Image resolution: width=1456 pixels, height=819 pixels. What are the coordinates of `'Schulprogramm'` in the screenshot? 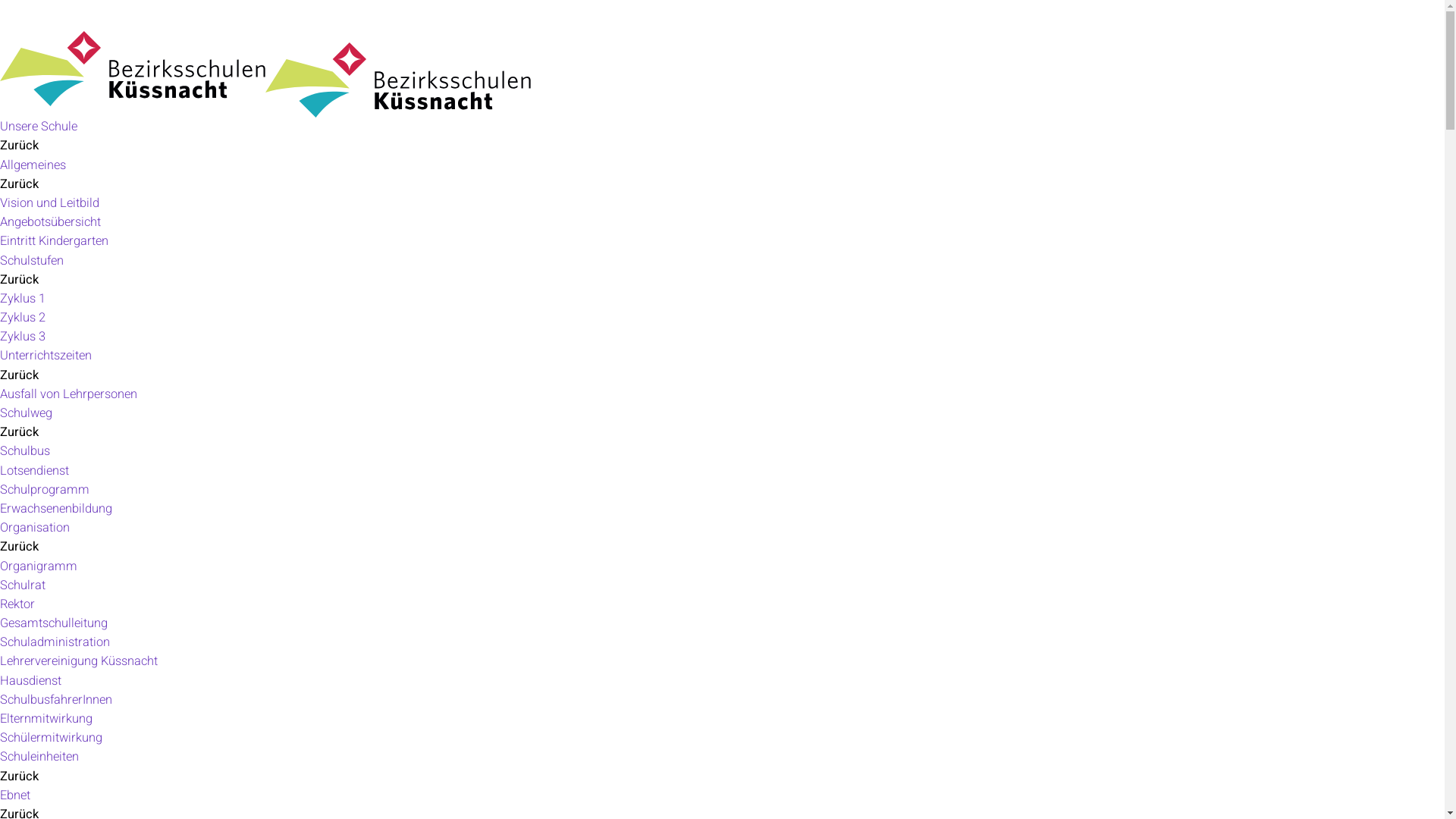 It's located at (44, 489).